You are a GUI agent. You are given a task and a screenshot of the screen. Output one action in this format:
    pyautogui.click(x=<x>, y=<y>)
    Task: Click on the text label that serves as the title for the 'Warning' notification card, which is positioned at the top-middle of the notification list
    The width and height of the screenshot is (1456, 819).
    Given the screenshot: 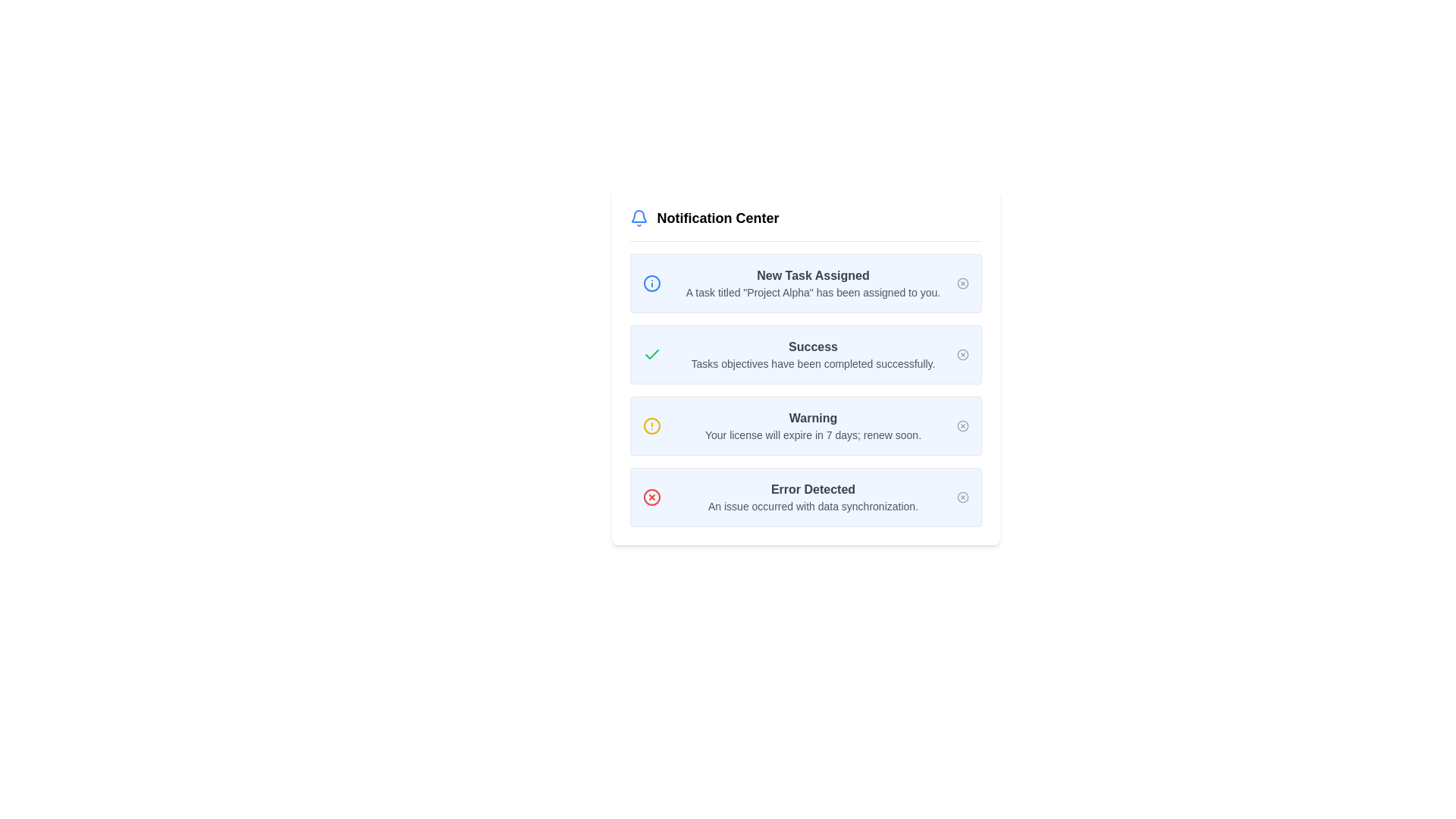 What is the action you would take?
    pyautogui.click(x=812, y=418)
    